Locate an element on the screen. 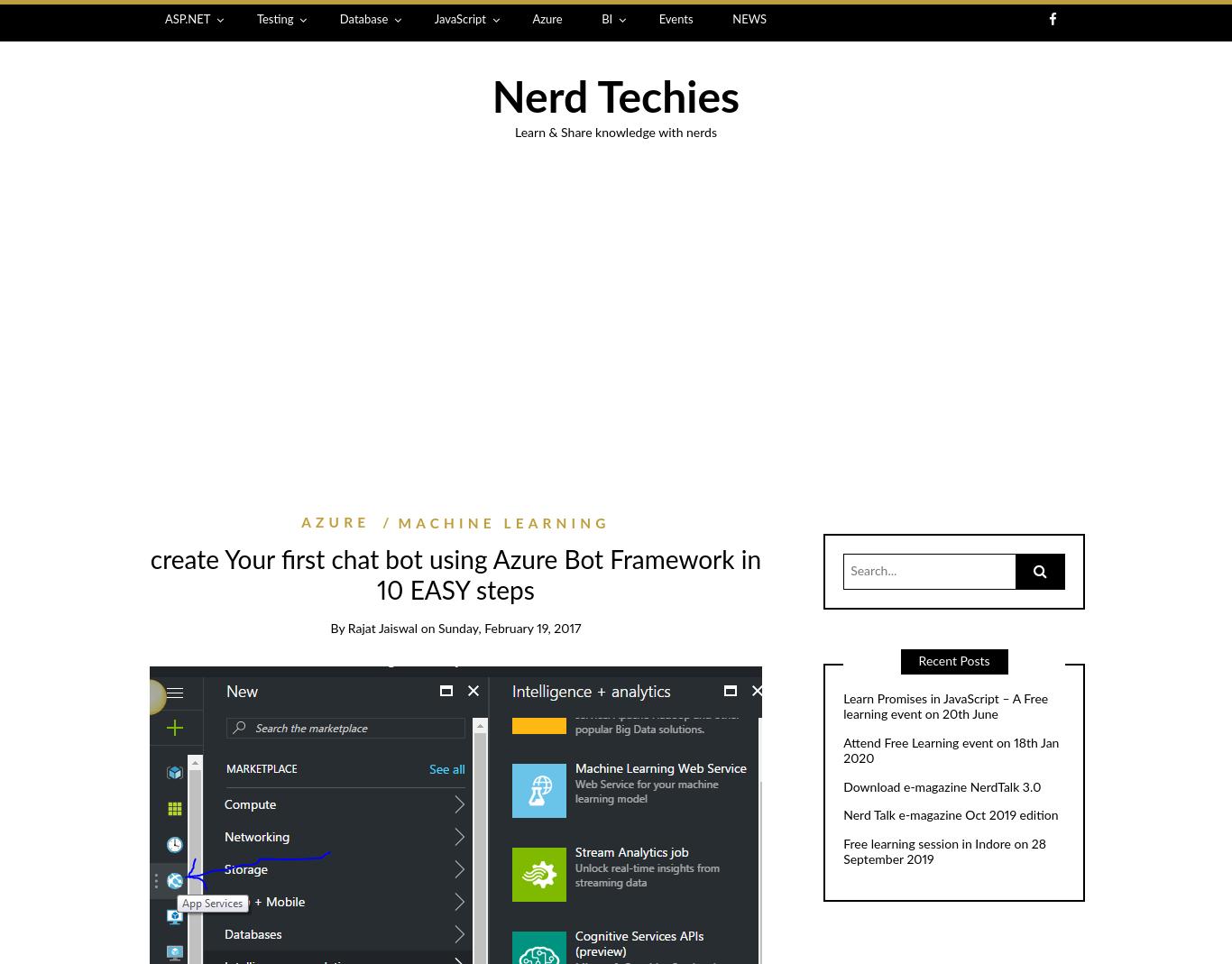 Image resolution: width=1232 pixels, height=964 pixels. 'Download e-magazine NerdTalk 3.0' is located at coordinates (941, 786).